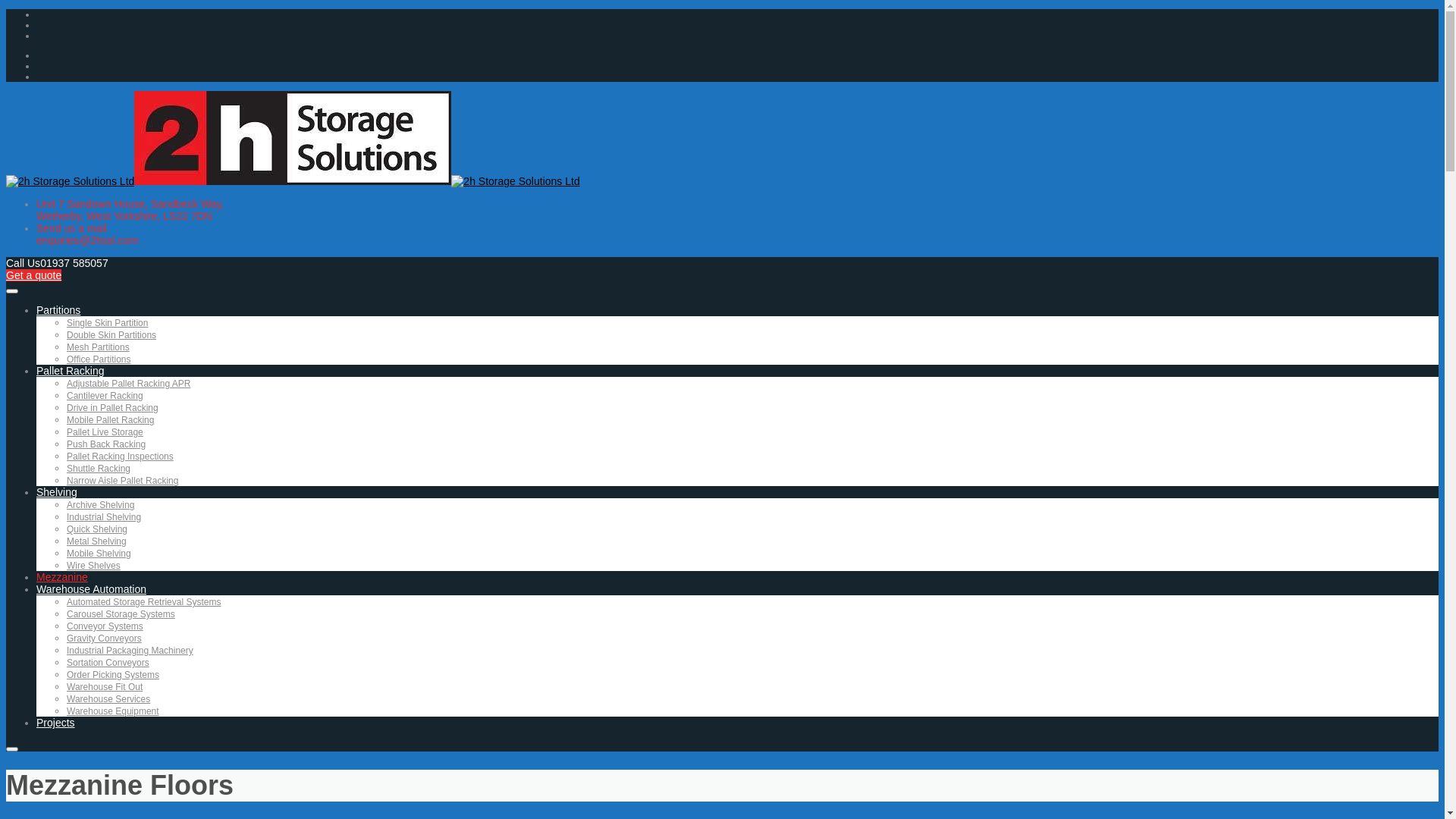  I want to click on 'Carousel Storage Systems', so click(120, 614).